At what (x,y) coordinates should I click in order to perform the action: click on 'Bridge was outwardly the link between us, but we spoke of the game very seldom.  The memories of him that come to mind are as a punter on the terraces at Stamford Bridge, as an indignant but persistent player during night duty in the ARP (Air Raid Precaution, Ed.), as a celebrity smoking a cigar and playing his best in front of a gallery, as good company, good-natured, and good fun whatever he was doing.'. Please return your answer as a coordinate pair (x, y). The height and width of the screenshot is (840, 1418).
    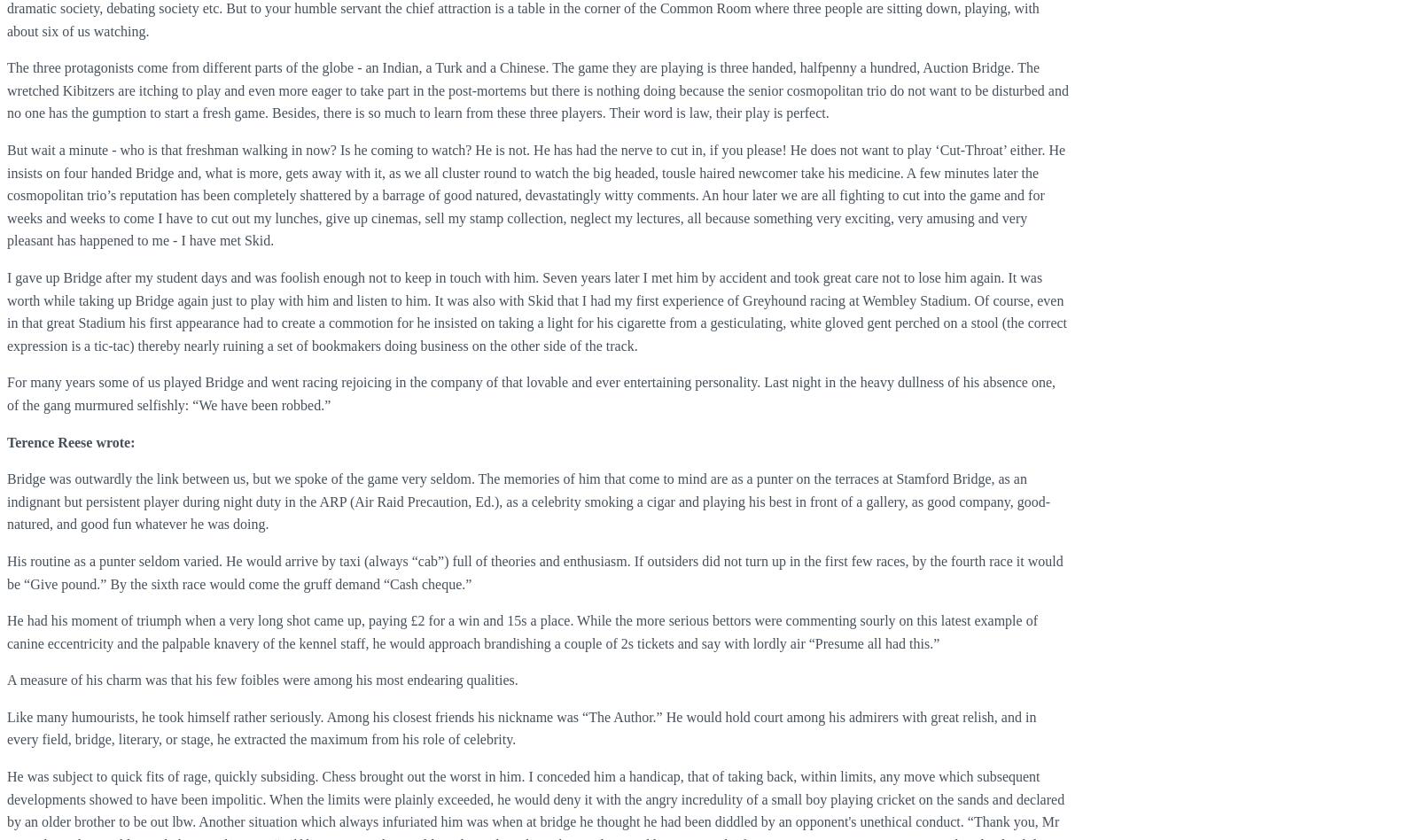
    Looking at the image, I should click on (527, 501).